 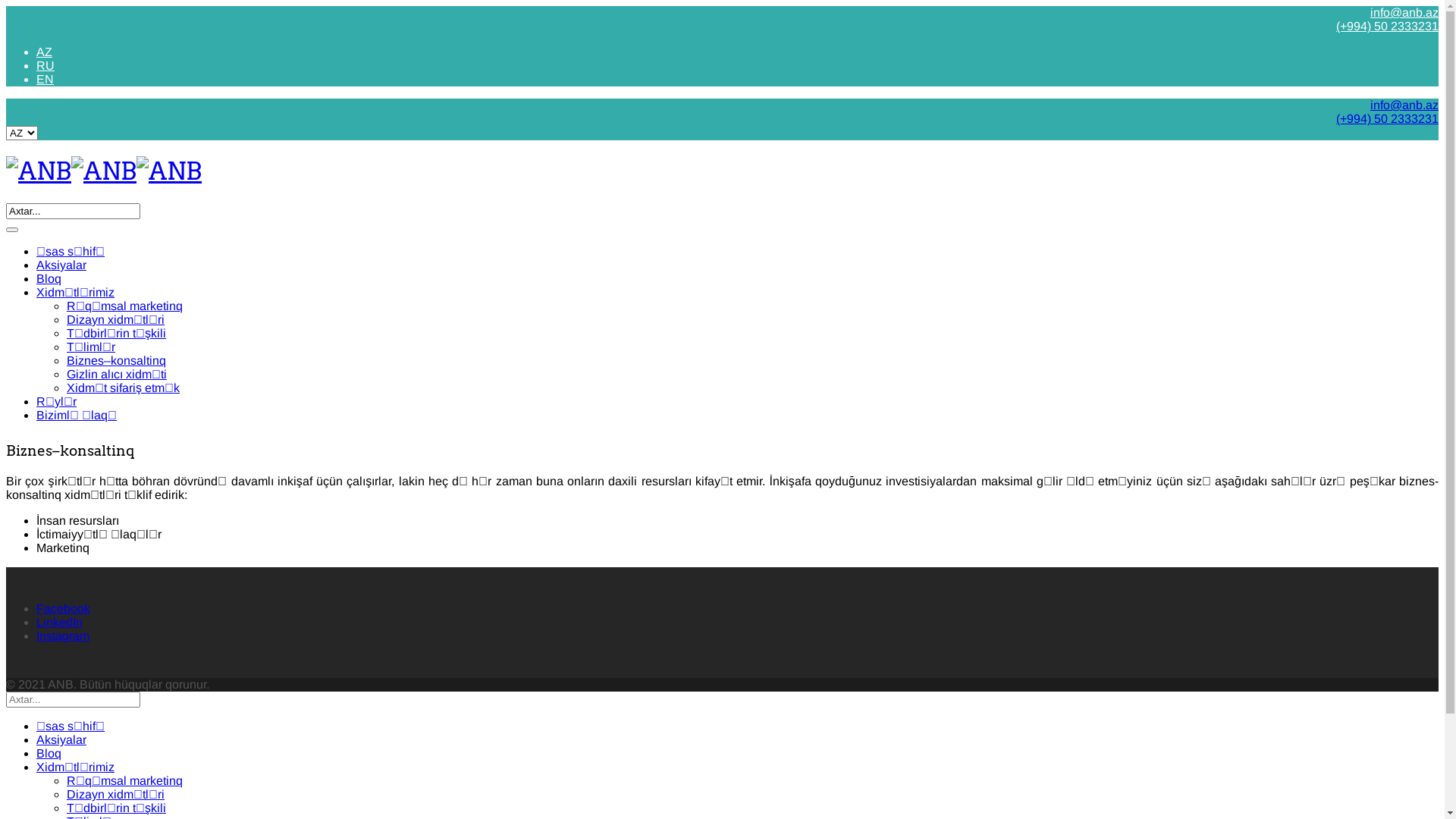 What do you see at coordinates (1387, 118) in the screenshot?
I see `'(+994) 50 2333231'` at bounding box center [1387, 118].